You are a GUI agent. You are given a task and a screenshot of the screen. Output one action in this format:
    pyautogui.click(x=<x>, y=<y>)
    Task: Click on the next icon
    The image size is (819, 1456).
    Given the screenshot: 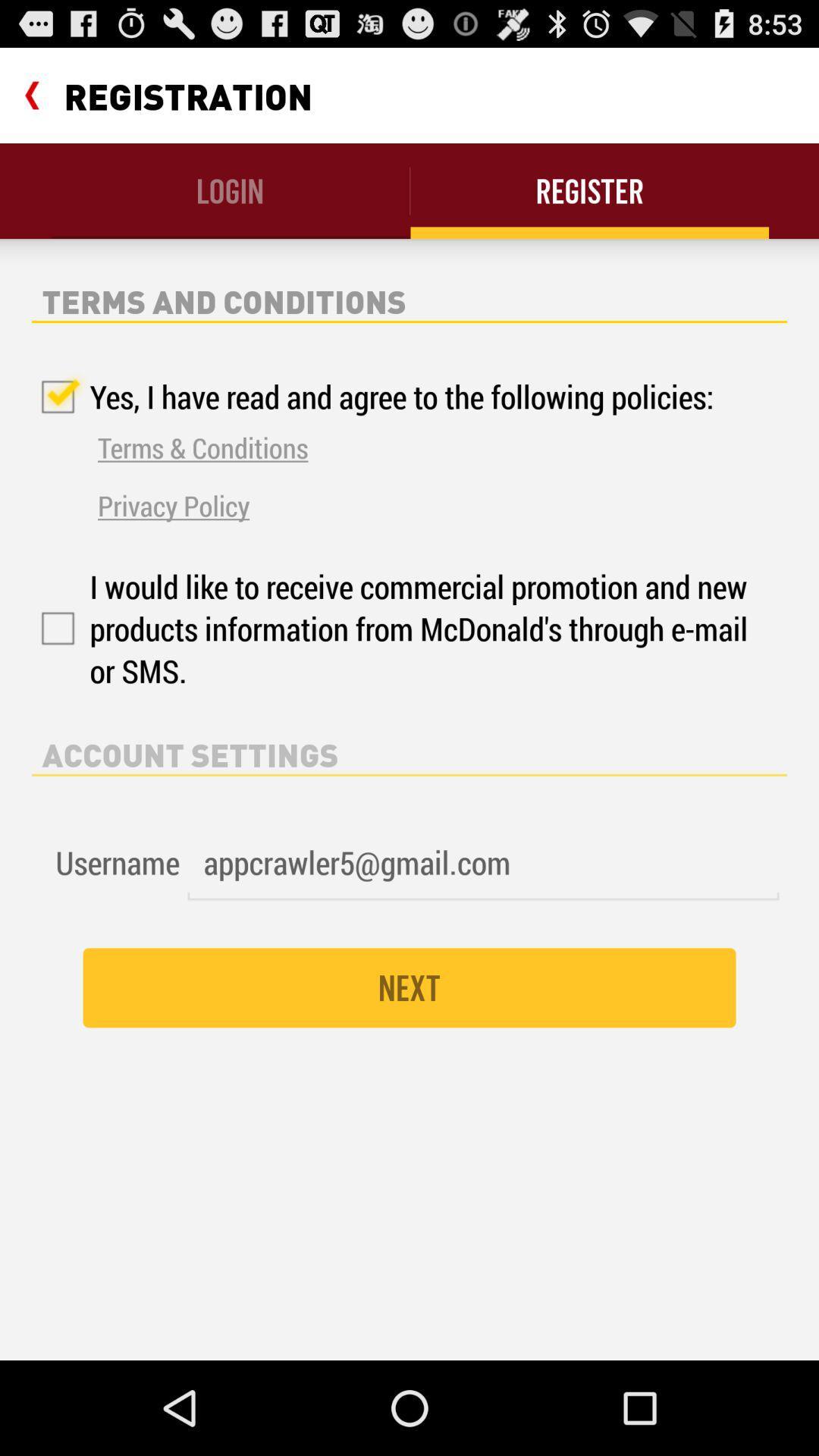 What is the action you would take?
    pyautogui.click(x=409, y=987)
    